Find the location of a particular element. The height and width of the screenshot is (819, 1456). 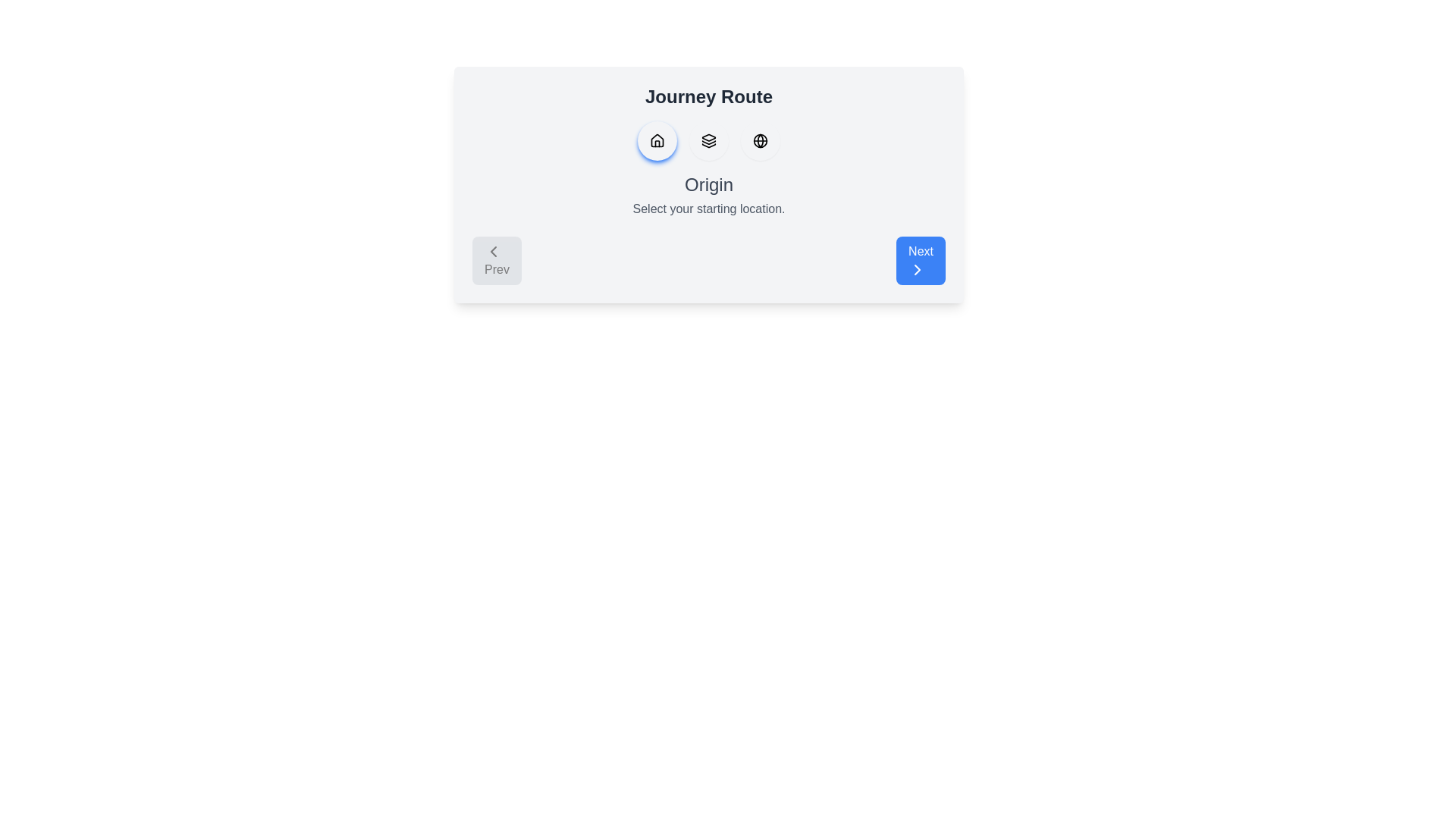

the first circular button in the horizontal row under the 'Journey Route' heading is located at coordinates (657, 140).